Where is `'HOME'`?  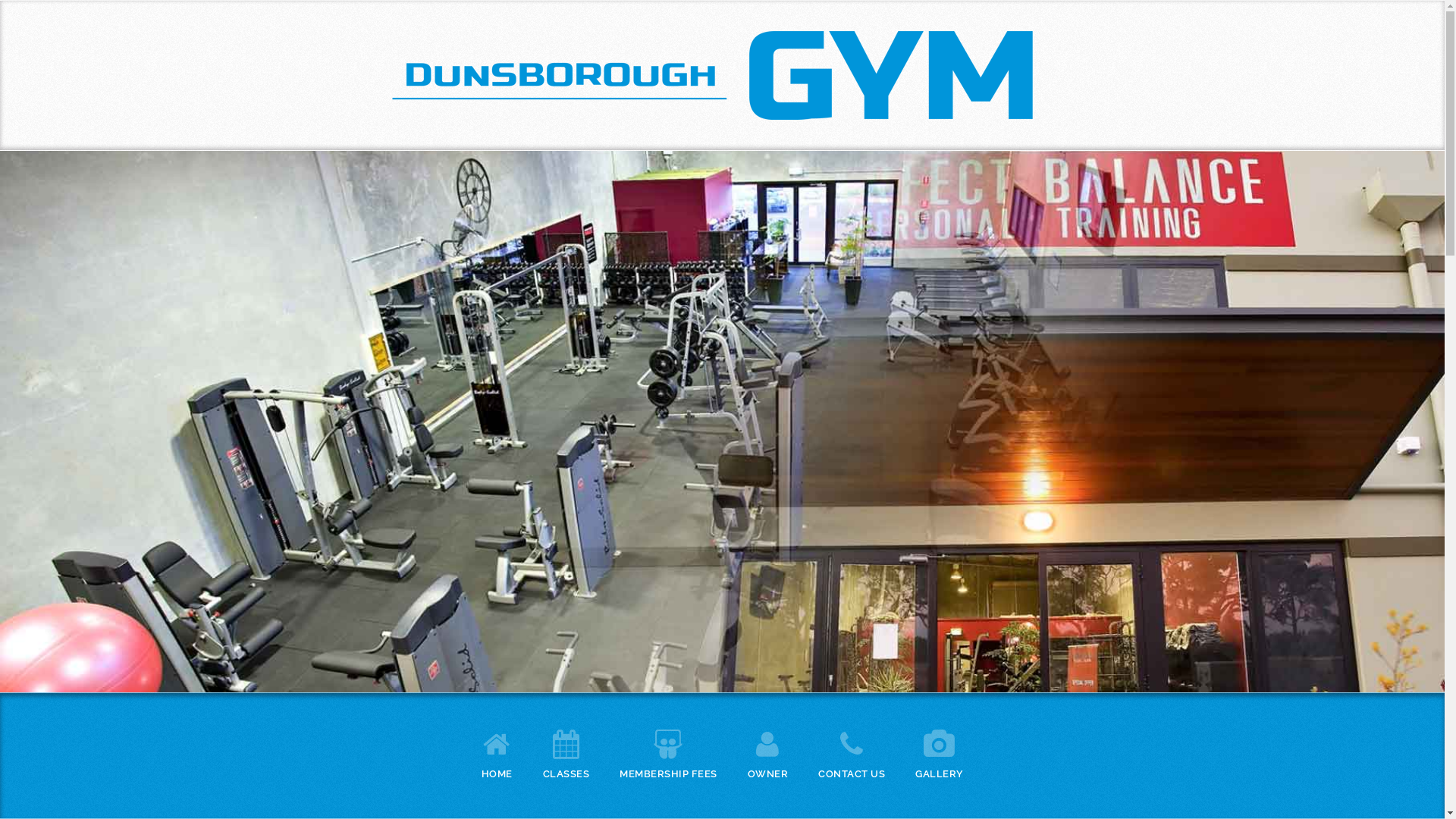 'HOME' is located at coordinates (496, 752).